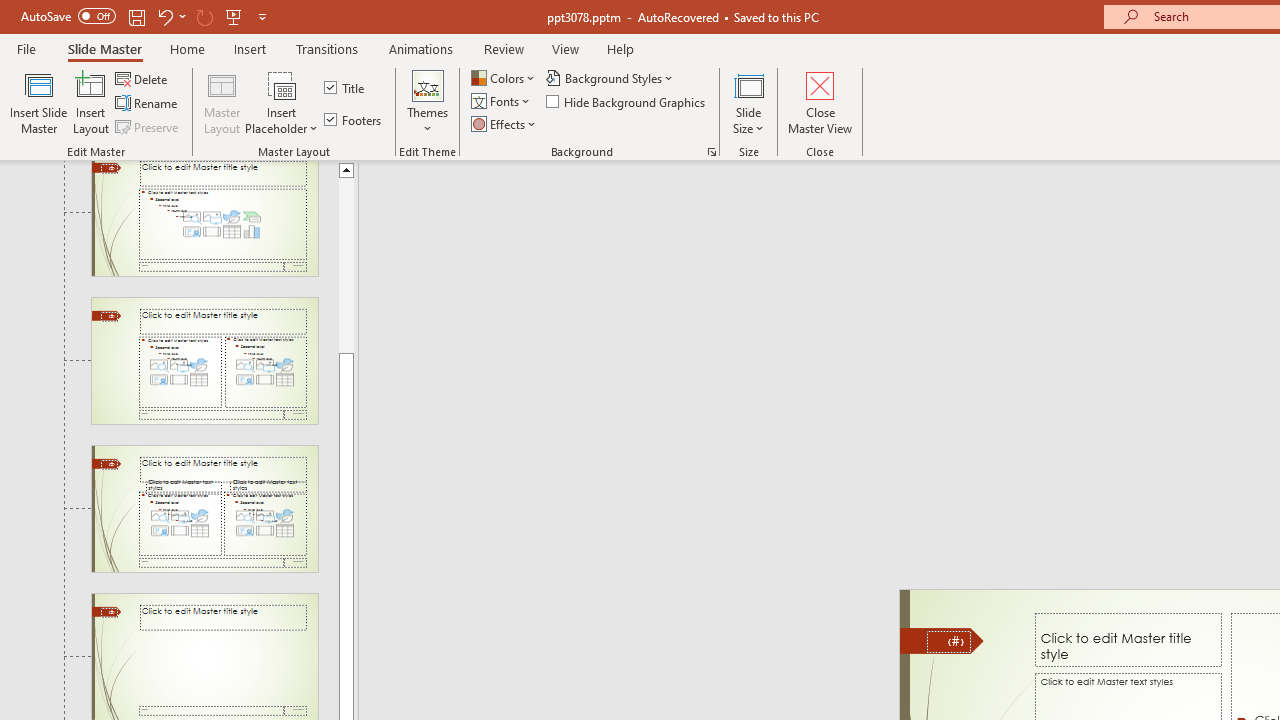 The width and height of the screenshot is (1280, 720). What do you see at coordinates (711, 150) in the screenshot?
I see `'Format Background...'` at bounding box center [711, 150].